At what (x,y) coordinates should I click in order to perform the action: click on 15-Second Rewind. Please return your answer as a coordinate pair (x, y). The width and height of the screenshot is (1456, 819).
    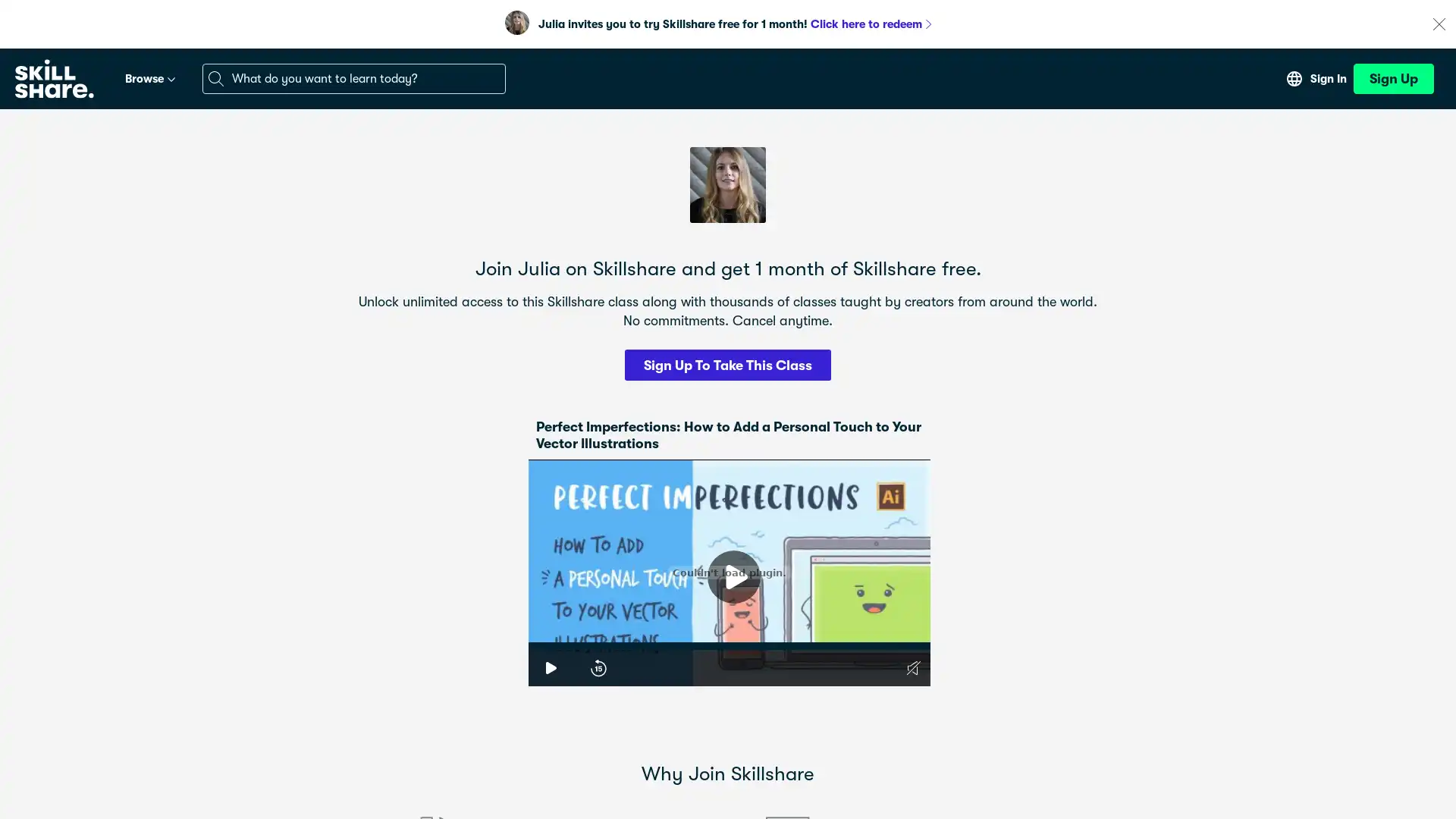
    Looking at the image, I should click on (598, 666).